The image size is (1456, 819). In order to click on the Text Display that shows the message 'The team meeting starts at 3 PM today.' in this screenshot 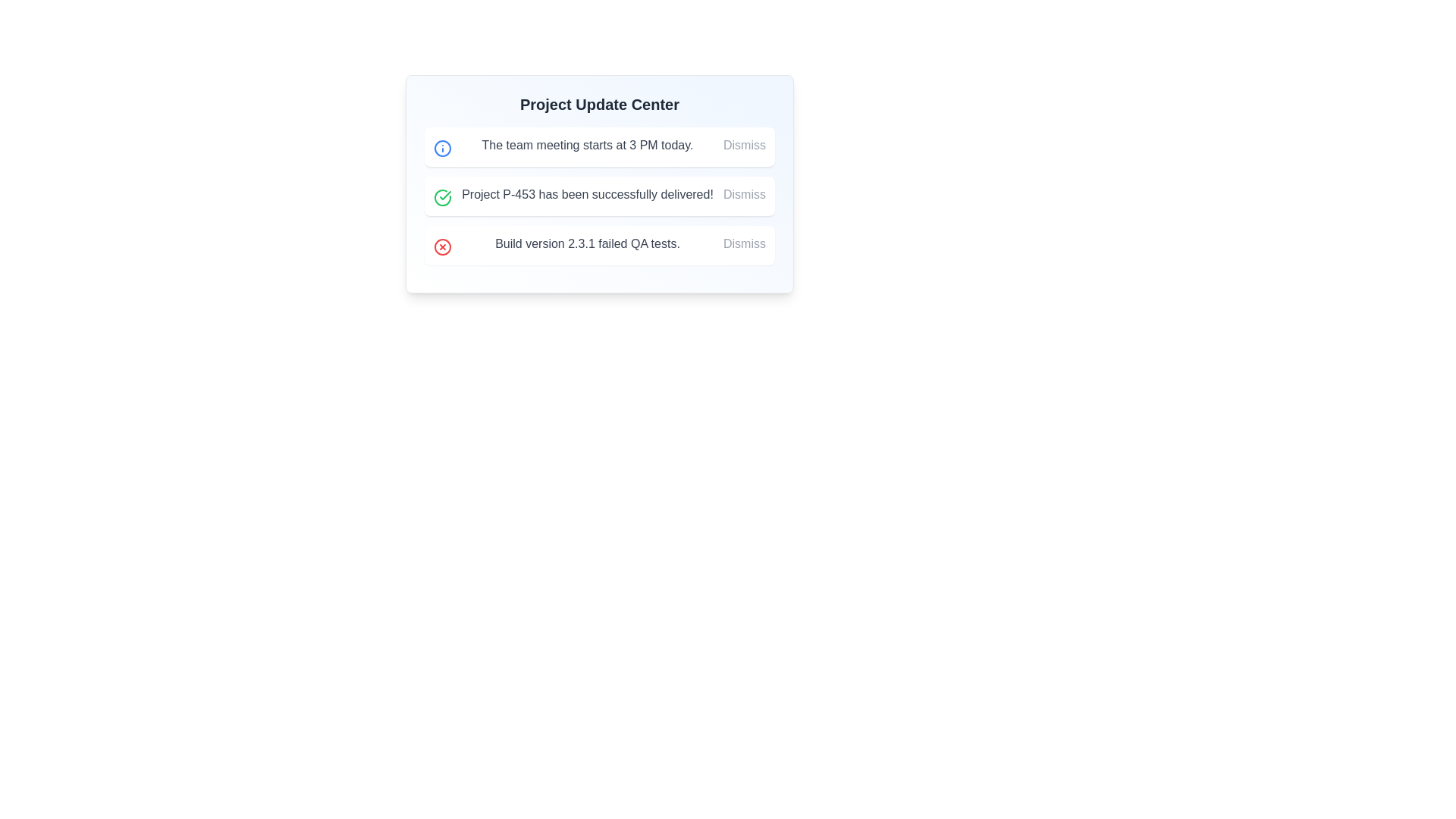, I will do `click(586, 146)`.